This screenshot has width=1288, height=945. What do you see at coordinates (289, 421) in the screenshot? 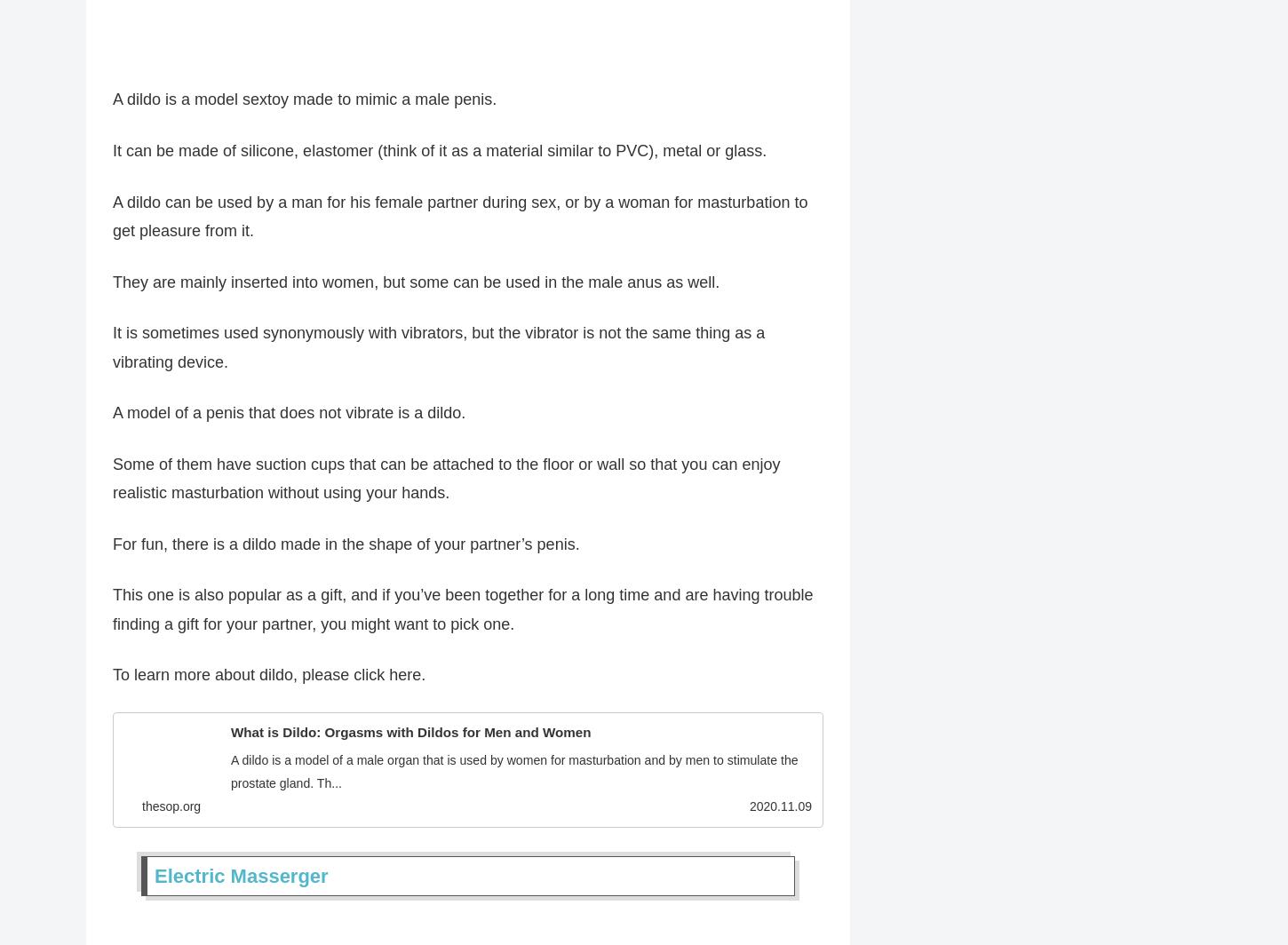
I see `'A model of a penis that does not vibrate is a dildo.'` at bounding box center [289, 421].